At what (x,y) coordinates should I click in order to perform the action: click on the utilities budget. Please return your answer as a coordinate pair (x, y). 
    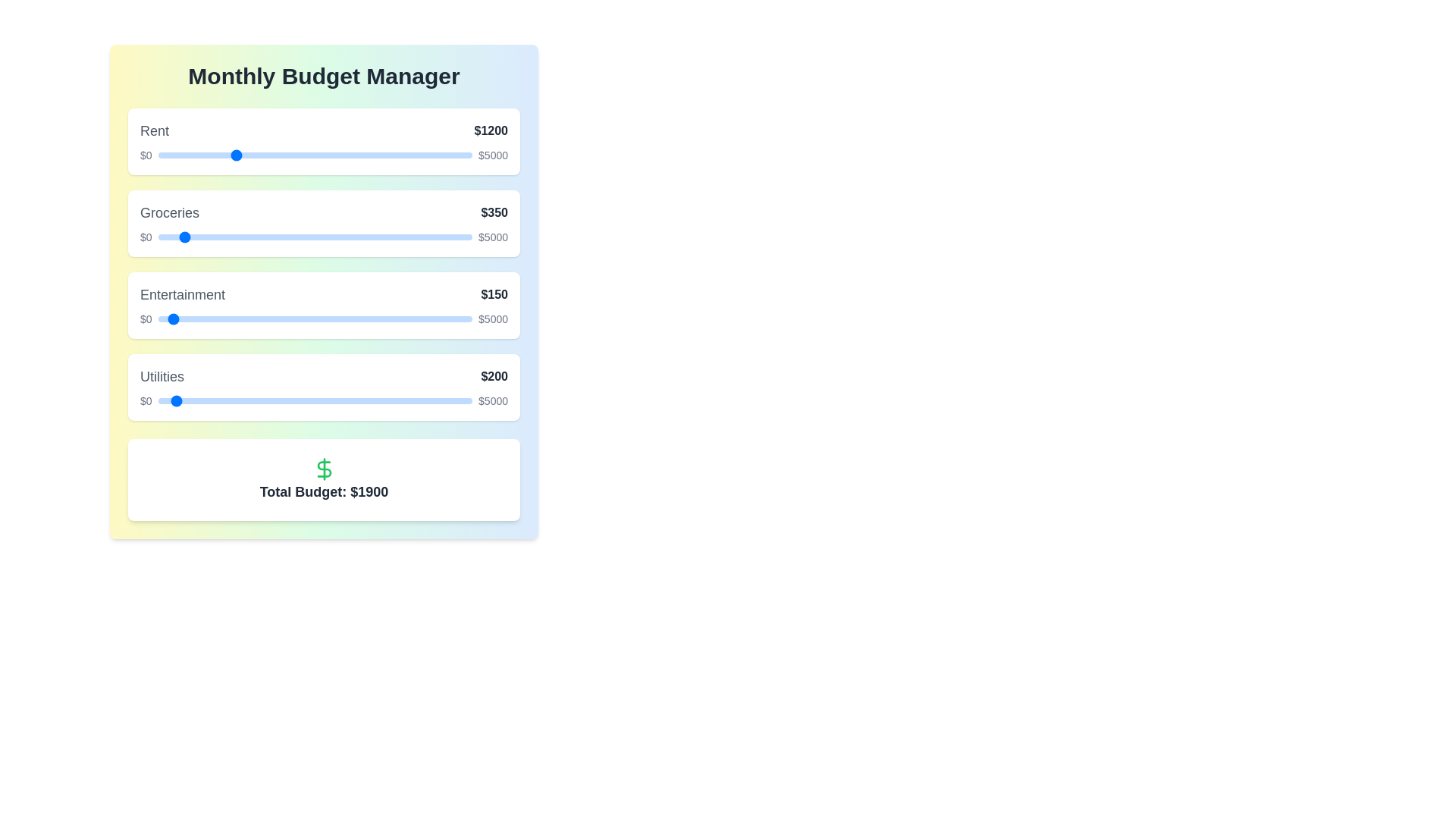
    Looking at the image, I should click on (197, 400).